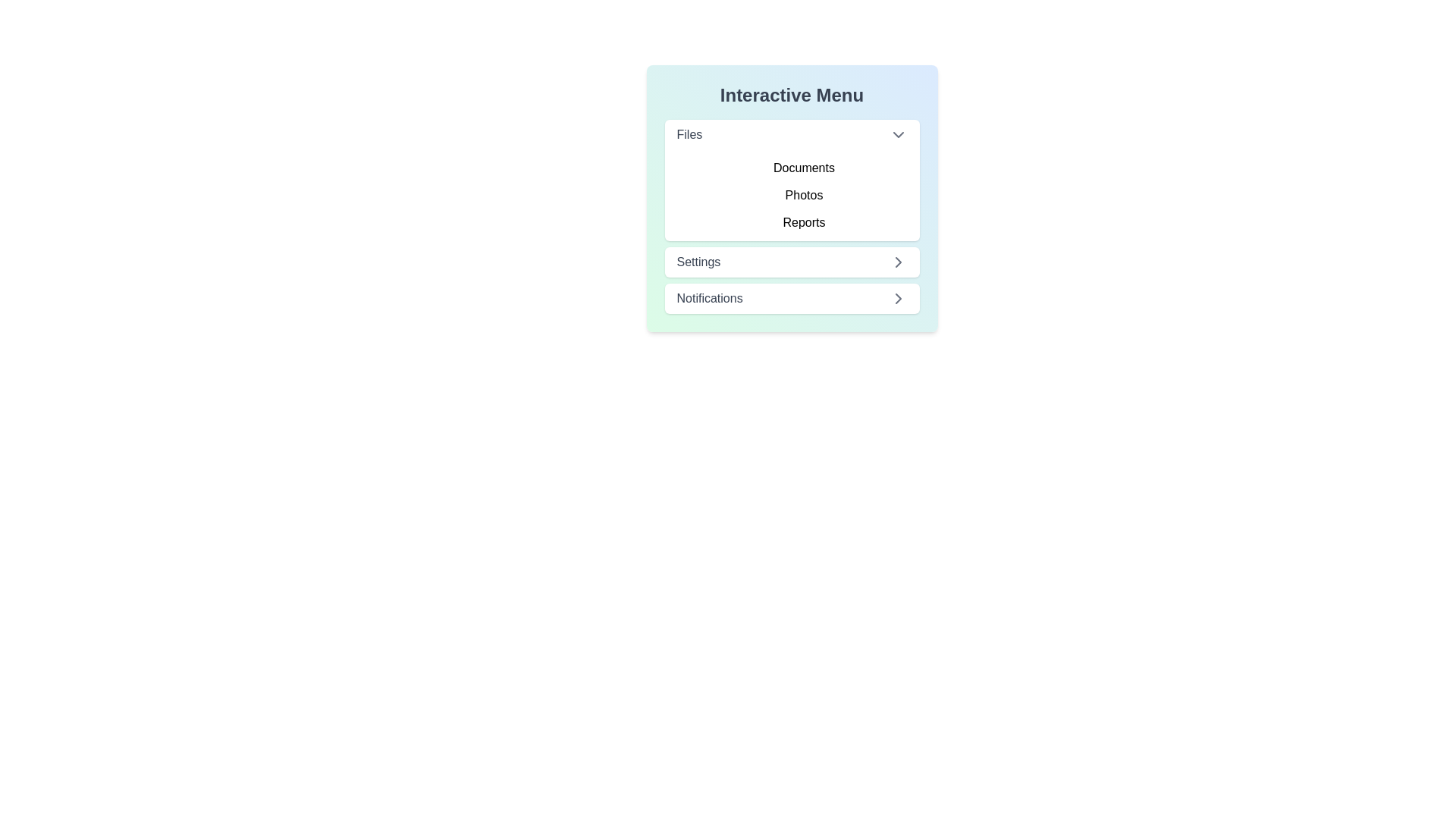  I want to click on the small gray downward-facing chevron icon located at the top-right of the 'Files' button in the interactive menu panel, so click(898, 133).